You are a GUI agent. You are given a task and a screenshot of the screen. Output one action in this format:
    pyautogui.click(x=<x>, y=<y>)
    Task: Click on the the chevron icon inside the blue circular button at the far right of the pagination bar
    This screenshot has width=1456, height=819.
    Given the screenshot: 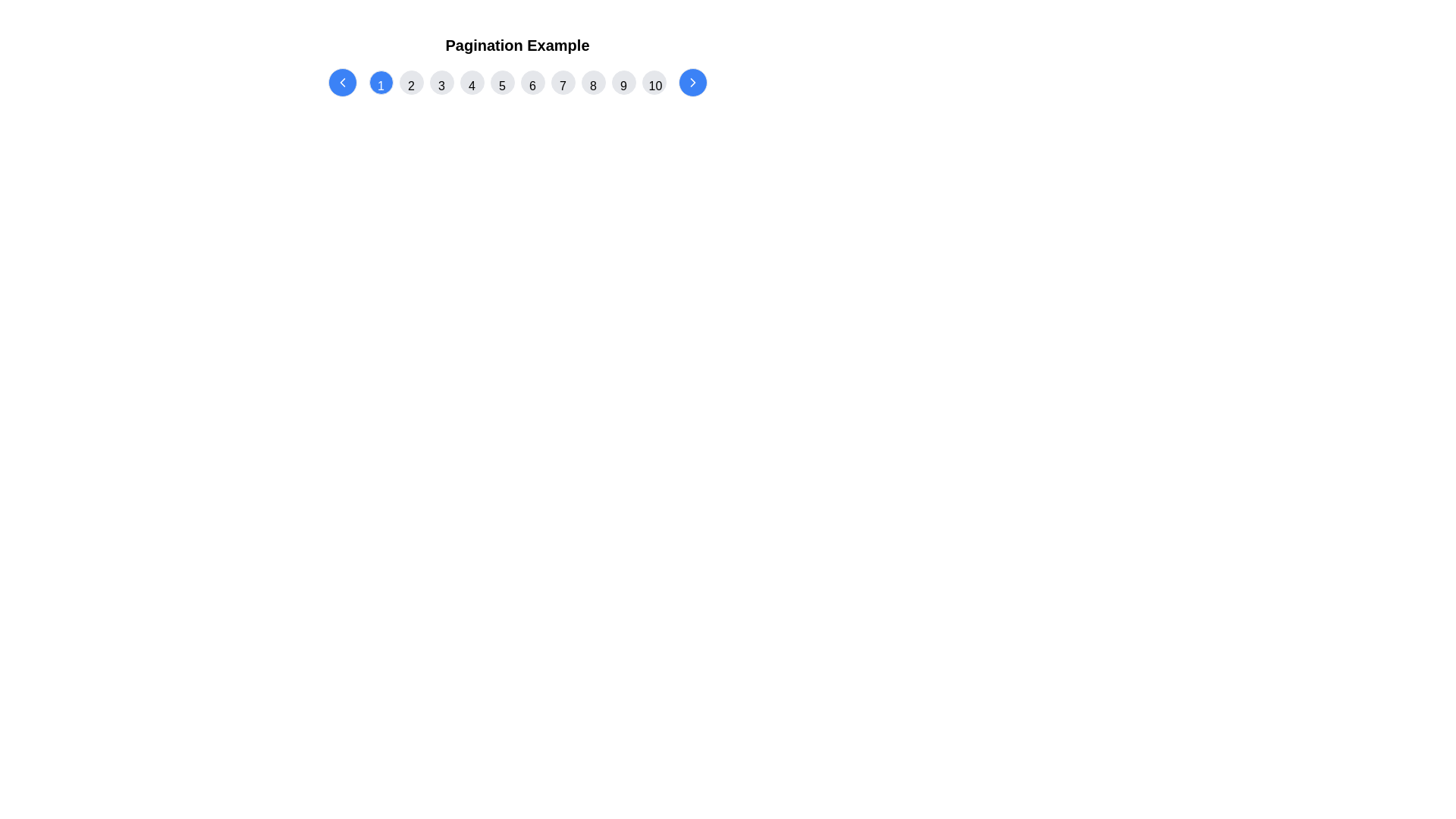 What is the action you would take?
    pyautogui.click(x=692, y=82)
    